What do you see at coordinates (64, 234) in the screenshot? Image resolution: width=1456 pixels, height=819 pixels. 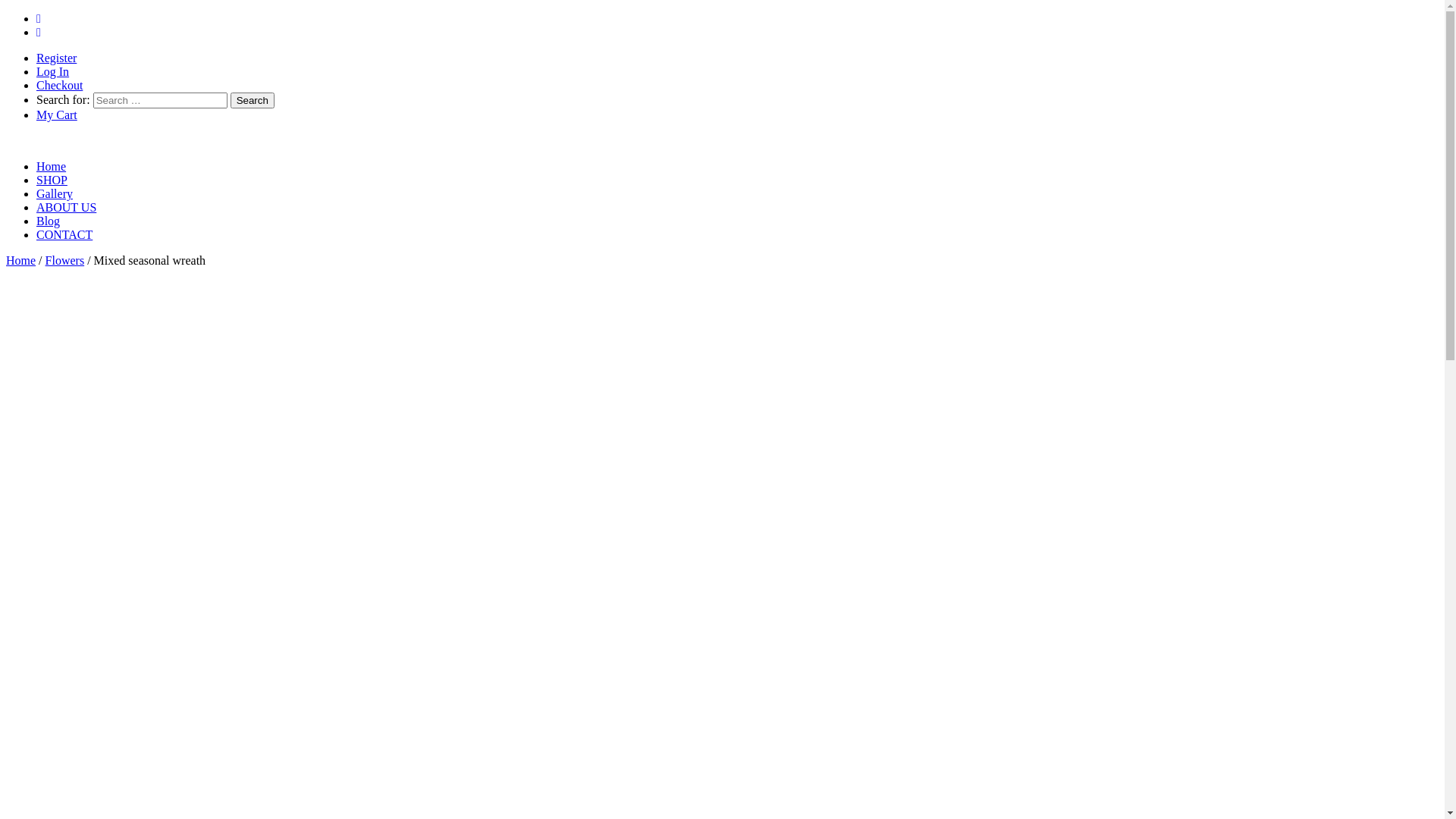 I see `'CONTACT'` at bounding box center [64, 234].